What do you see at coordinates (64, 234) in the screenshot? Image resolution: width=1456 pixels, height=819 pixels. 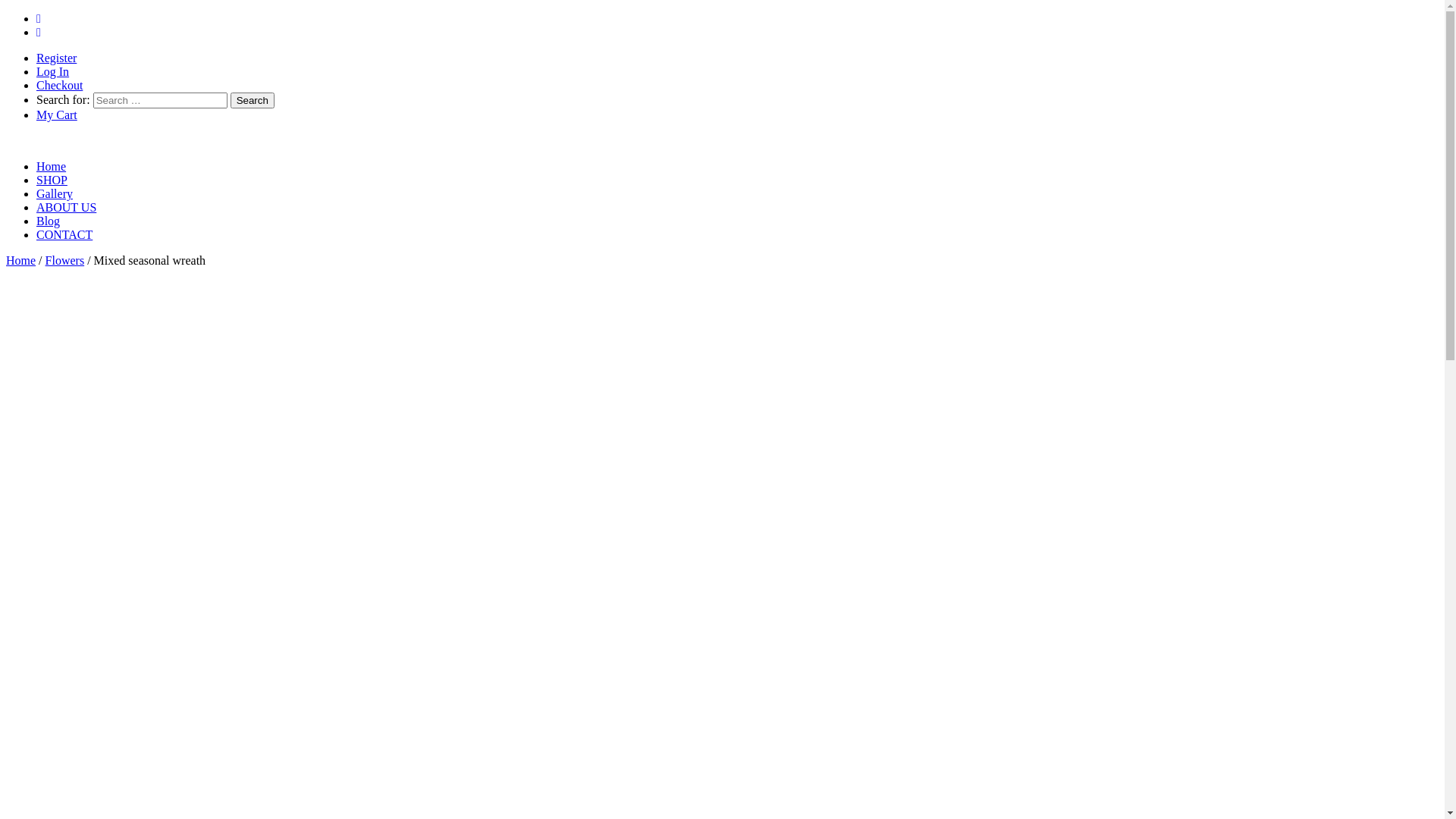 I see `'CONTACT'` at bounding box center [64, 234].